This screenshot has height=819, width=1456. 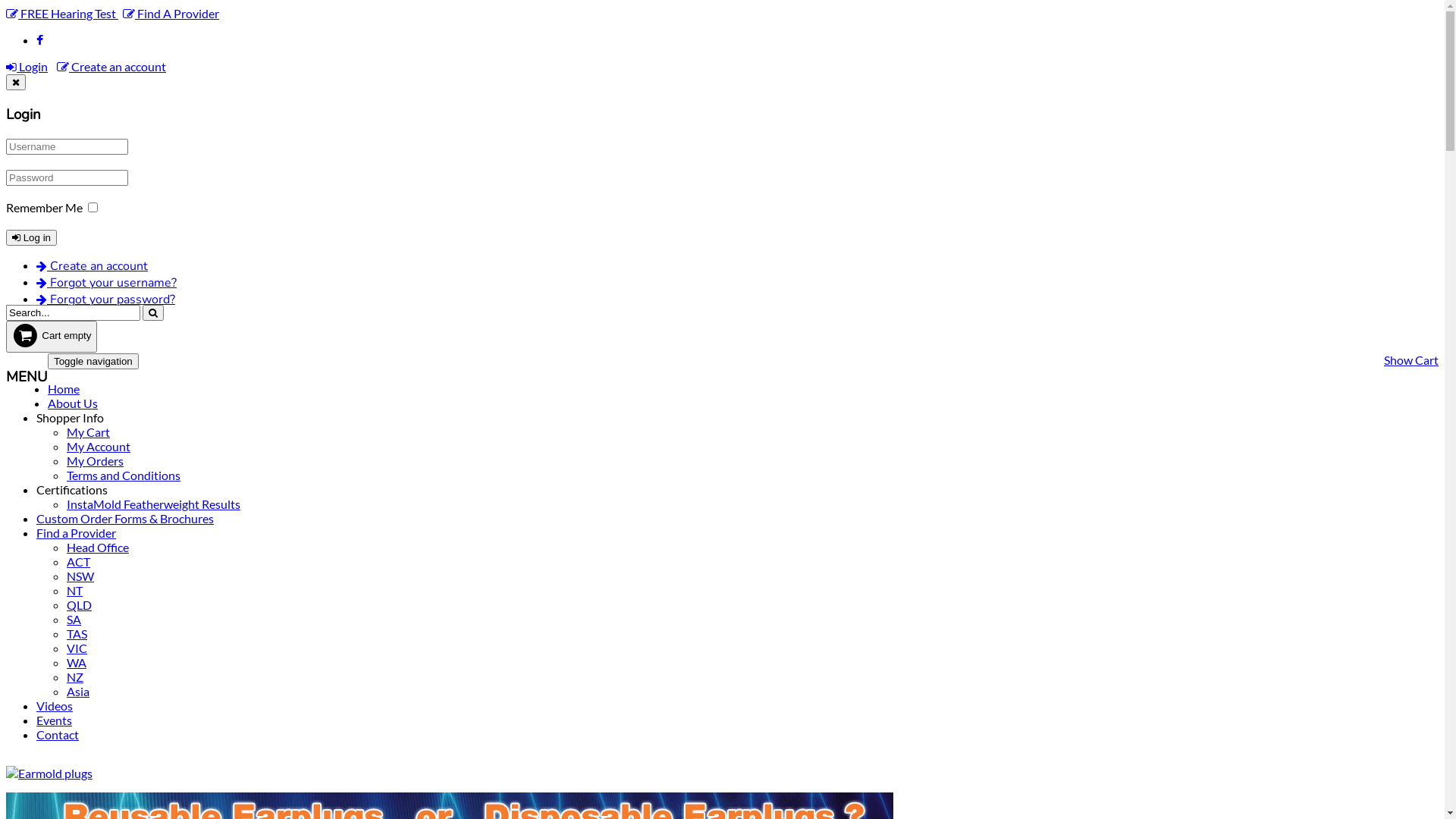 I want to click on 'My Orders', so click(x=94, y=460).